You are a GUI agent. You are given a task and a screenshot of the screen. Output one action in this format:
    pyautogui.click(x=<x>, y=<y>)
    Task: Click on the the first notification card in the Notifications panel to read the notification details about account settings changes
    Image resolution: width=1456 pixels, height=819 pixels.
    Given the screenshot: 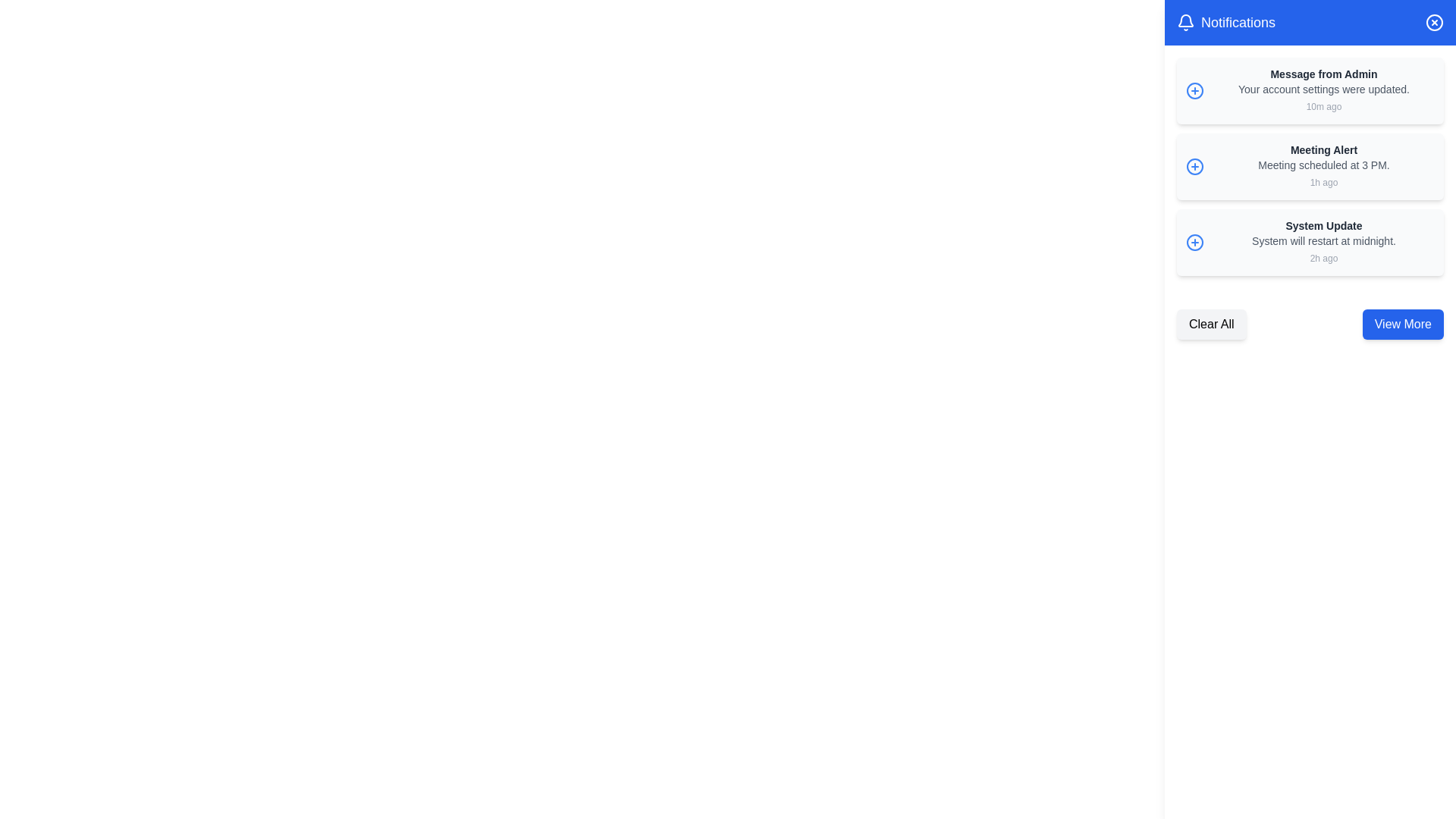 What is the action you would take?
    pyautogui.click(x=1310, y=90)
    